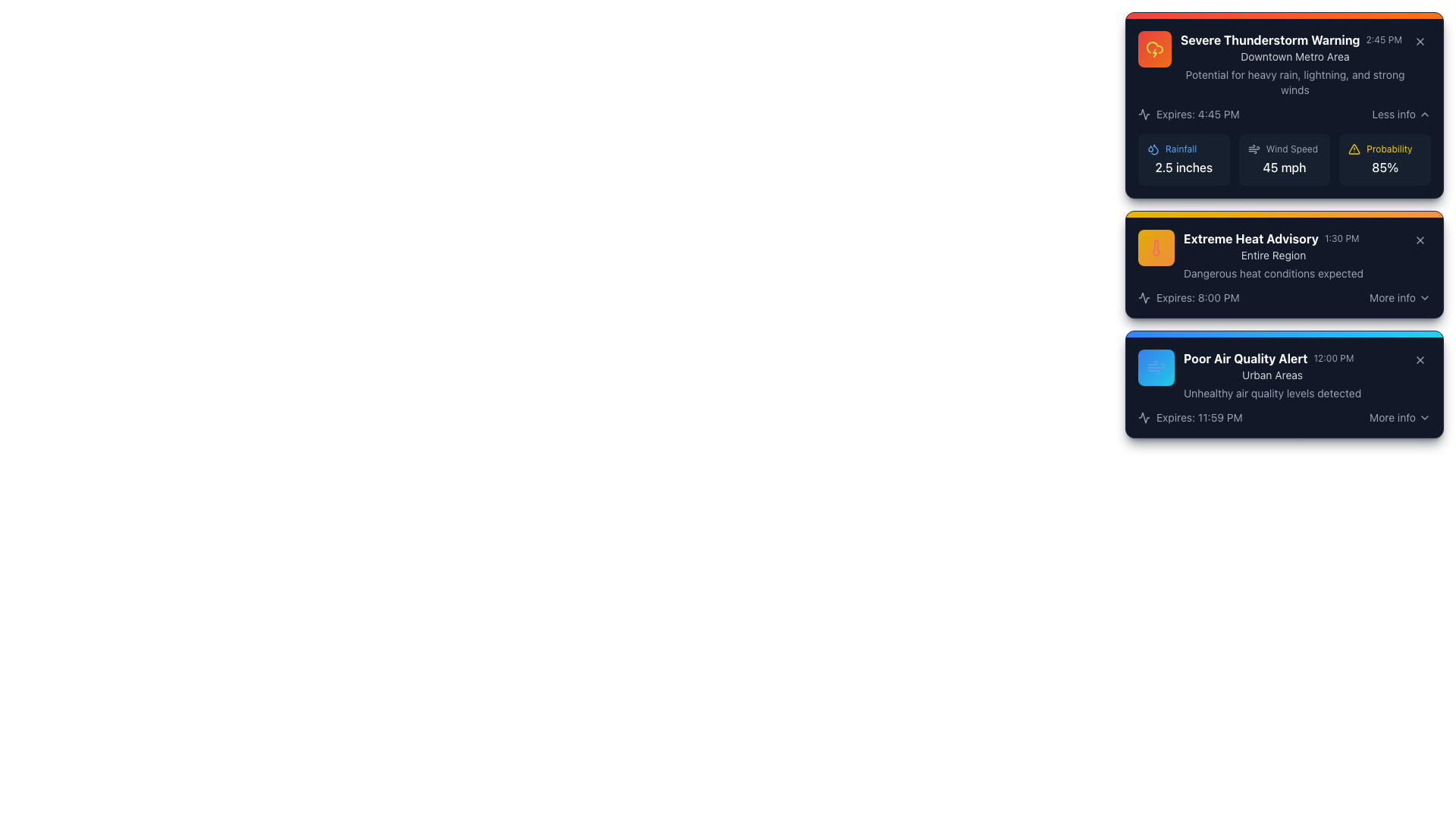 This screenshot has height=819, width=1456. What do you see at coordinates (1423, 418) in the screenshot?
I see `the downward-pointing chevron arrow icon located to the right of the 'More info' text in the 'Poor Air Quality Alert' card` at bounding box center [1423, 418].